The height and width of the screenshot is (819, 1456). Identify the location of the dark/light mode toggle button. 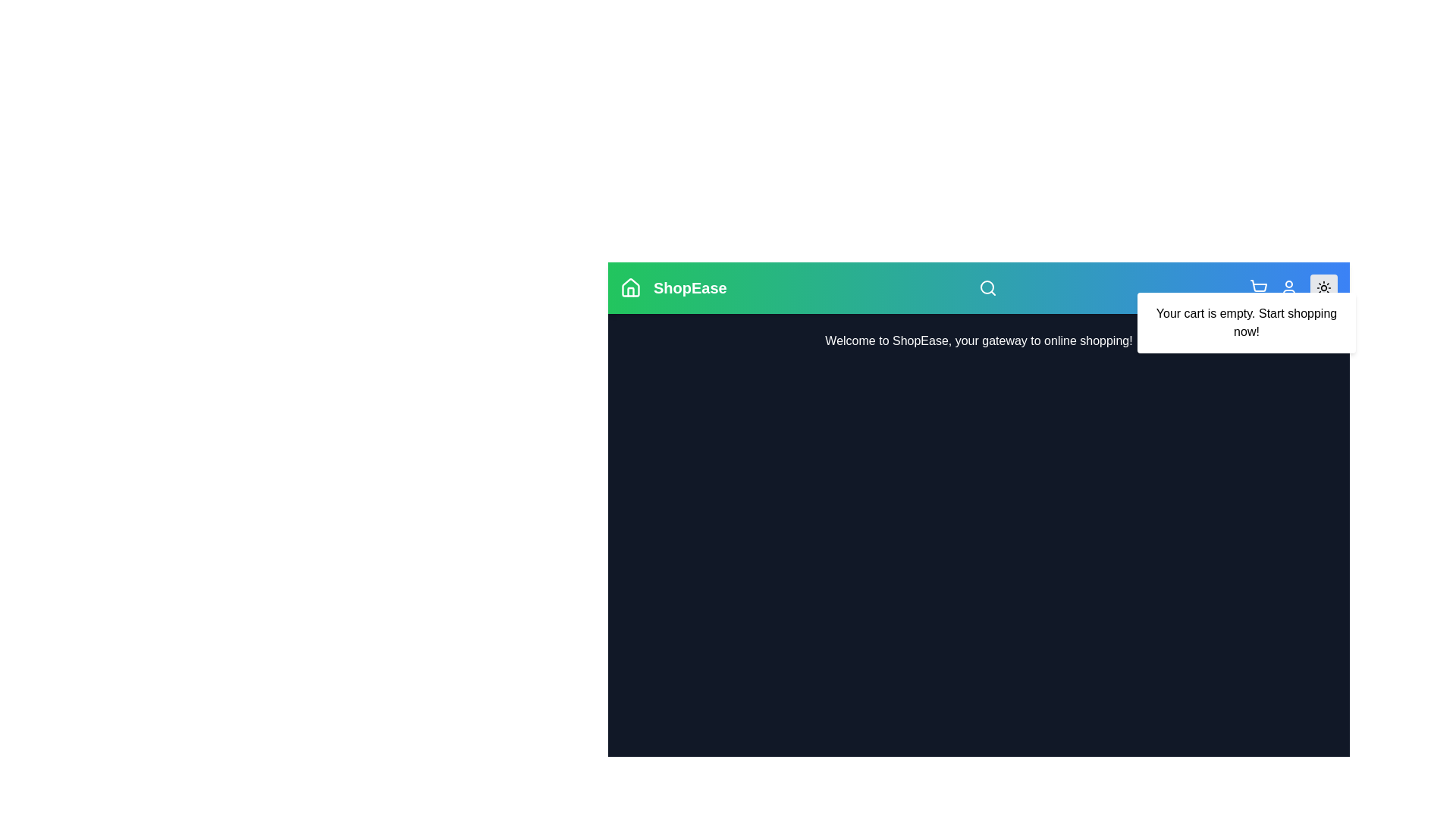
(1323, 288).